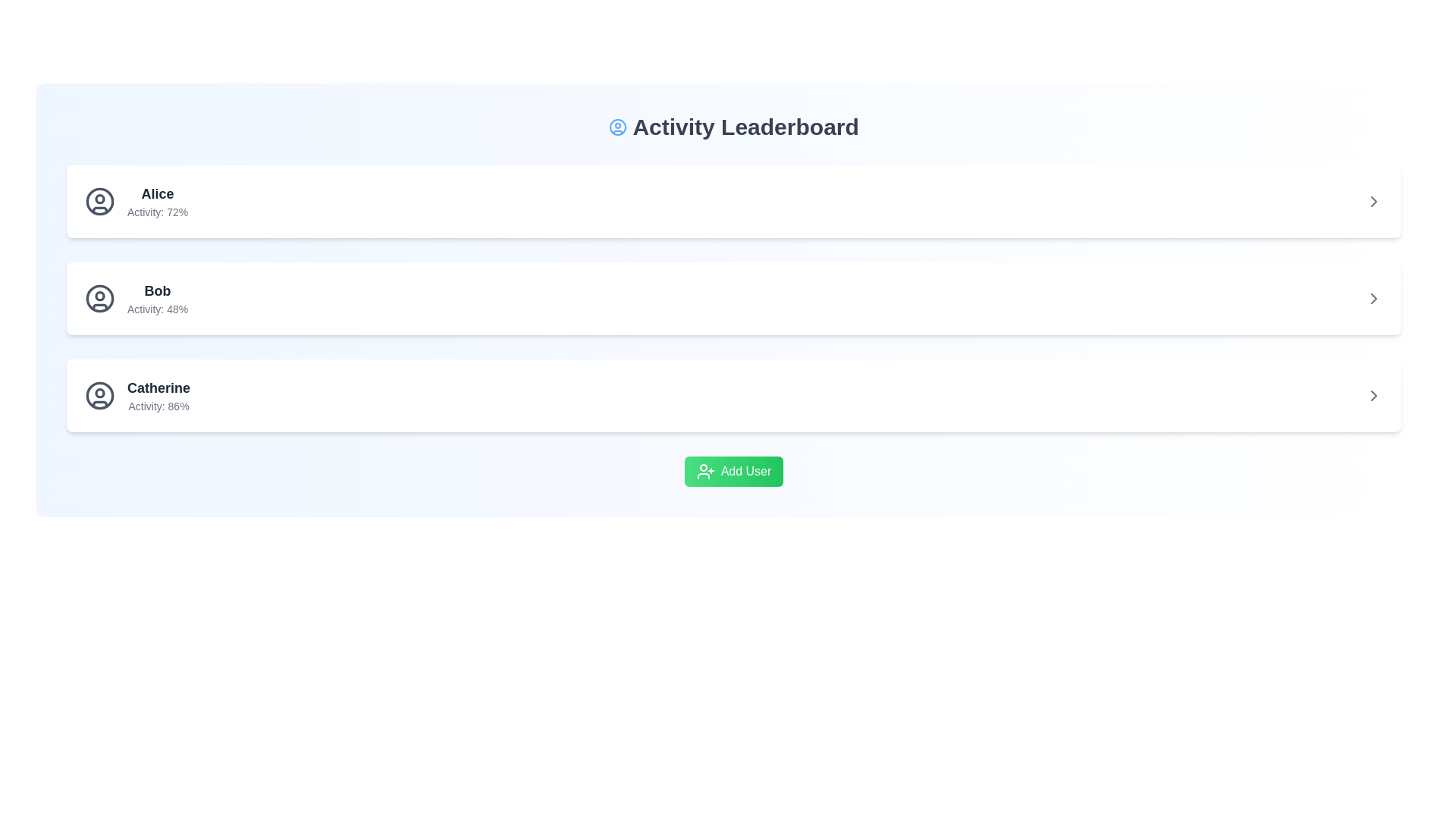  What do you see at coordinates (157, 201) in the screenshot?
I see `the Text Display element that shows the user's name and activity percentage, located at the top of the leaderboard list, above entries for 'Bob' and 'Catherine.'` at bounding box center [157, 201].